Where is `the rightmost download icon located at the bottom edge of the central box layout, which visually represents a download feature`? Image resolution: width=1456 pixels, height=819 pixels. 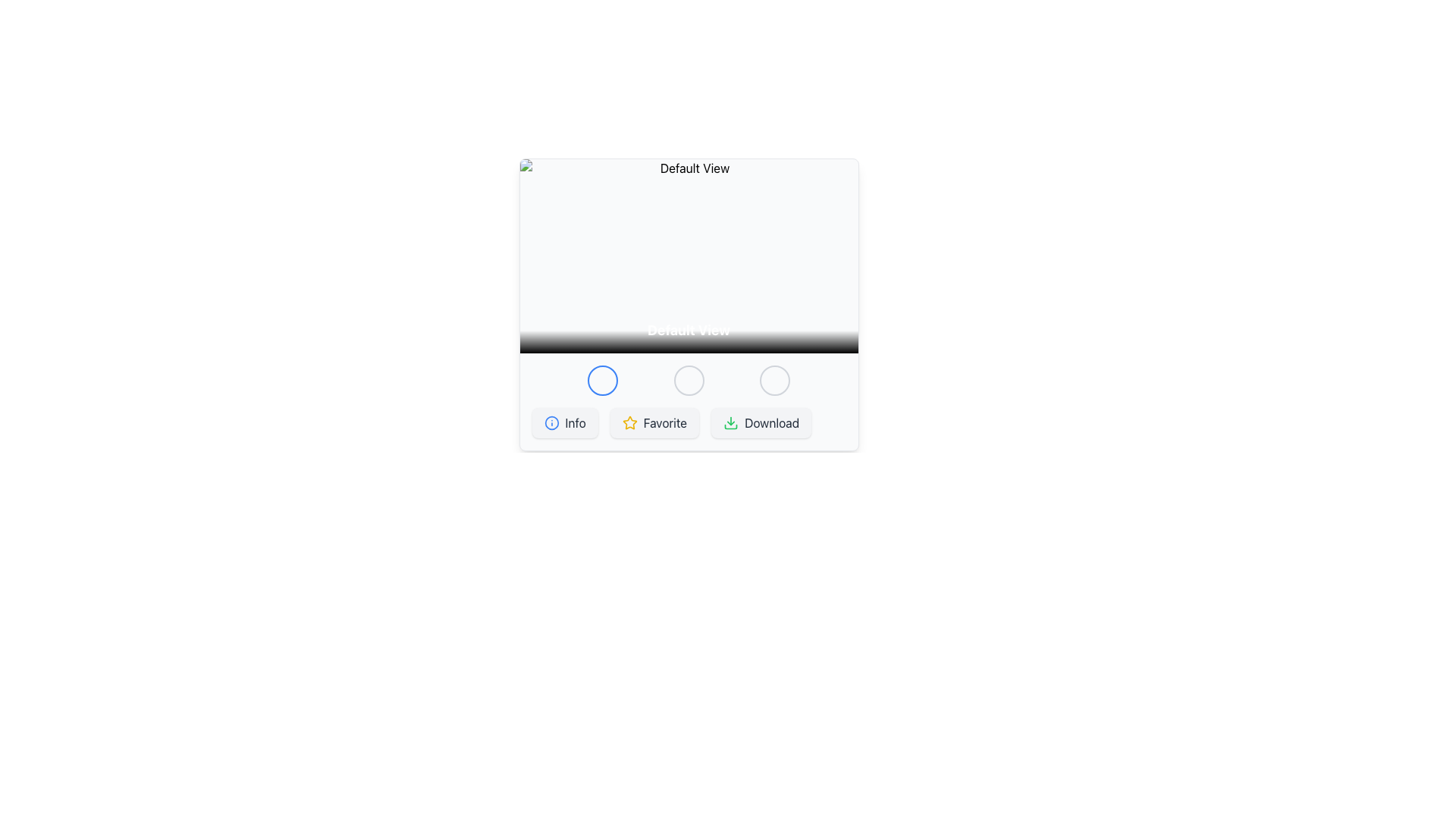 the rightmost download icon located at the bottom edge of the central box layout, which visually represents a download feature is located at coordinates (731, 427).